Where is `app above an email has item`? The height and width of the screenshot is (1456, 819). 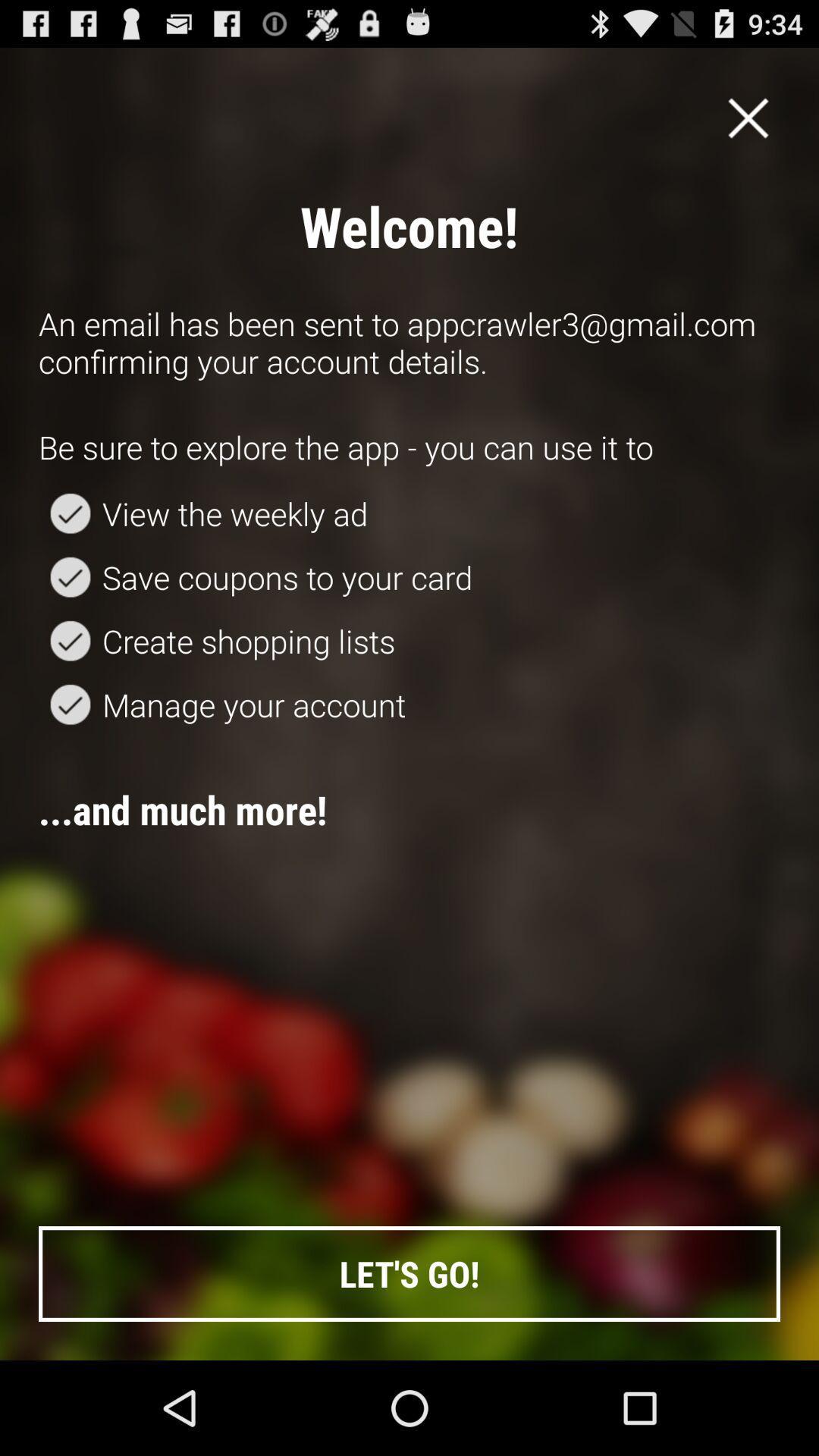
app above an email has item is located at coordinates (748, 117).